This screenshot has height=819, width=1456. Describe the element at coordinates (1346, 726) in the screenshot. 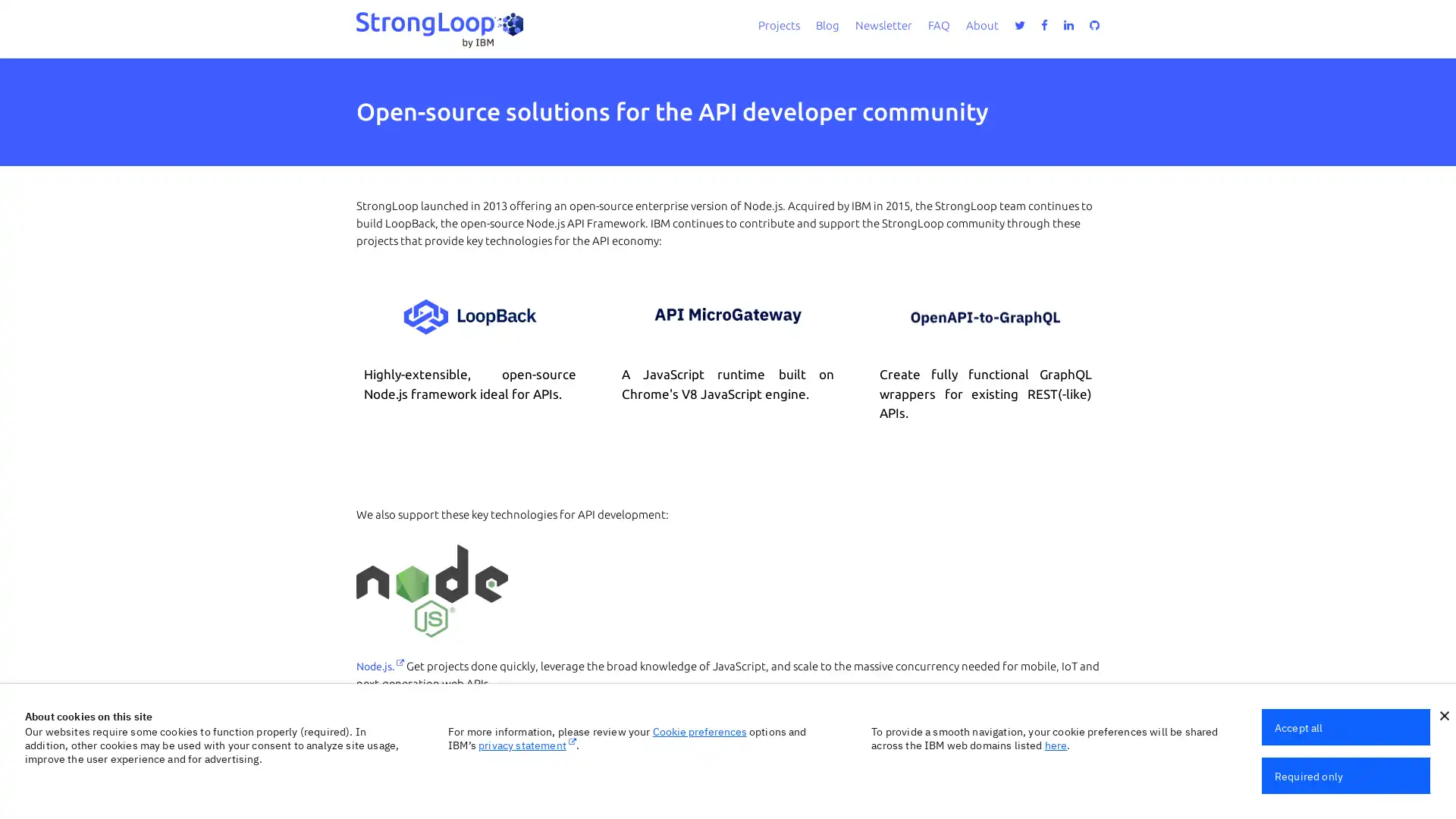

I see `Accept all` at that location.